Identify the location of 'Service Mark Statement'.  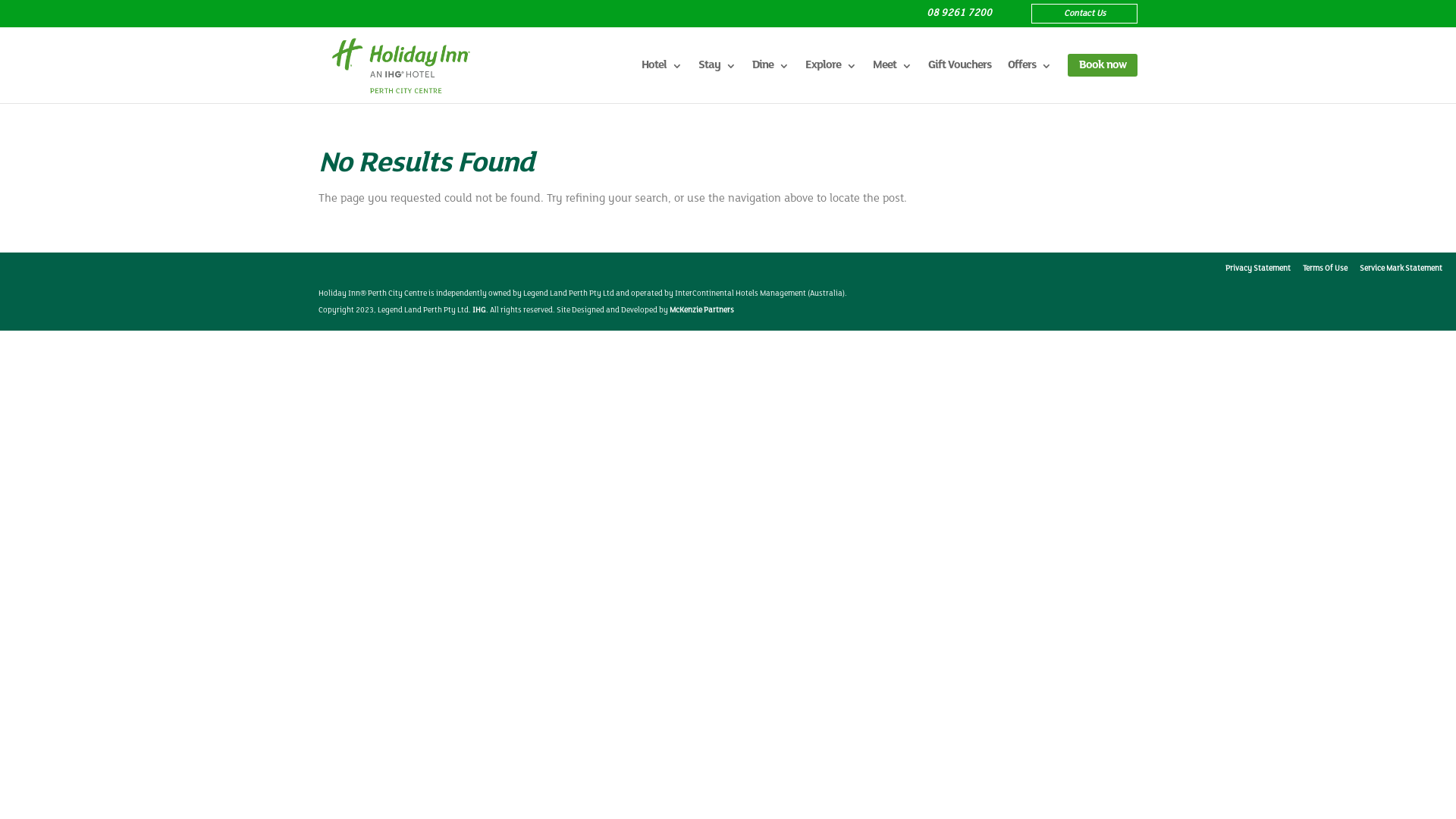
(1400, 268).